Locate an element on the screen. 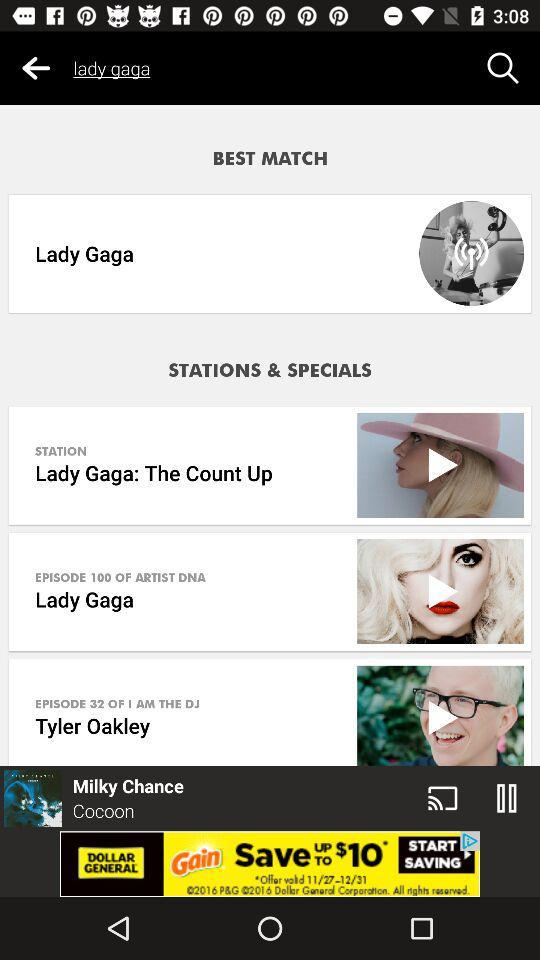  the search icon is located at coordinates (502, 68).